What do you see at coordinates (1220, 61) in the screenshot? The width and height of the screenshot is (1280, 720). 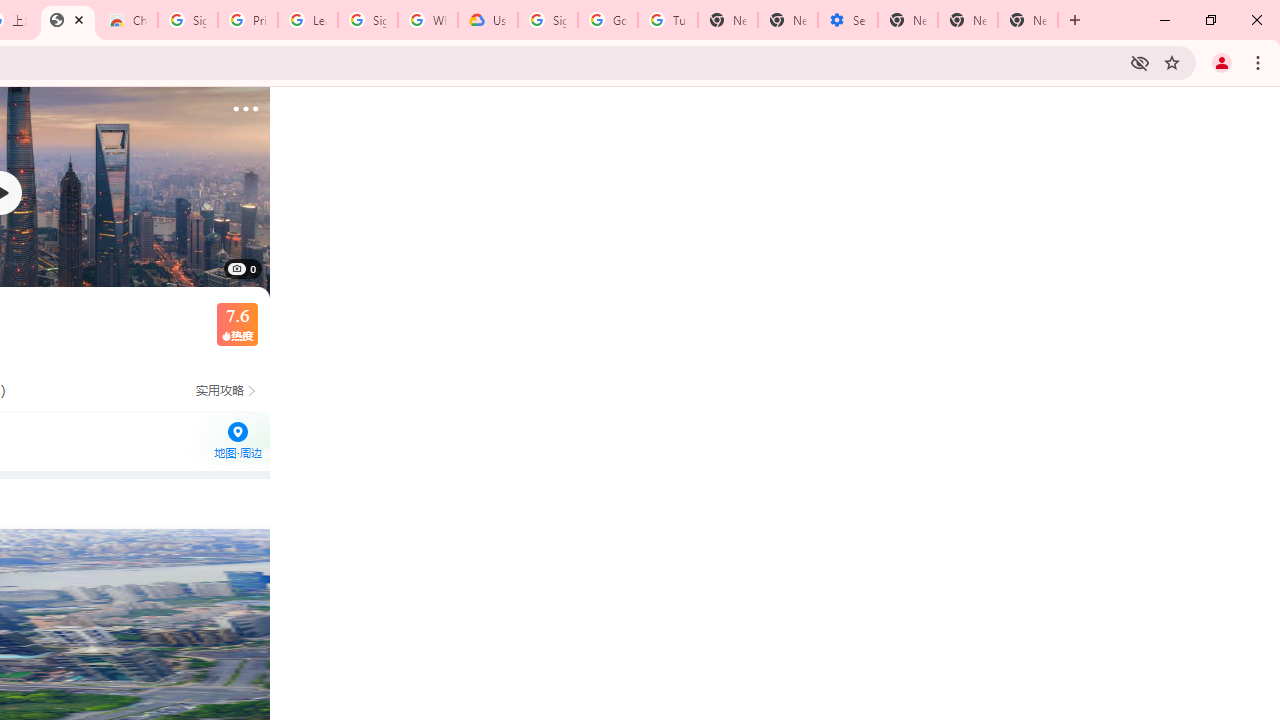 I see `'You'` at bounding box center [1220, 61].